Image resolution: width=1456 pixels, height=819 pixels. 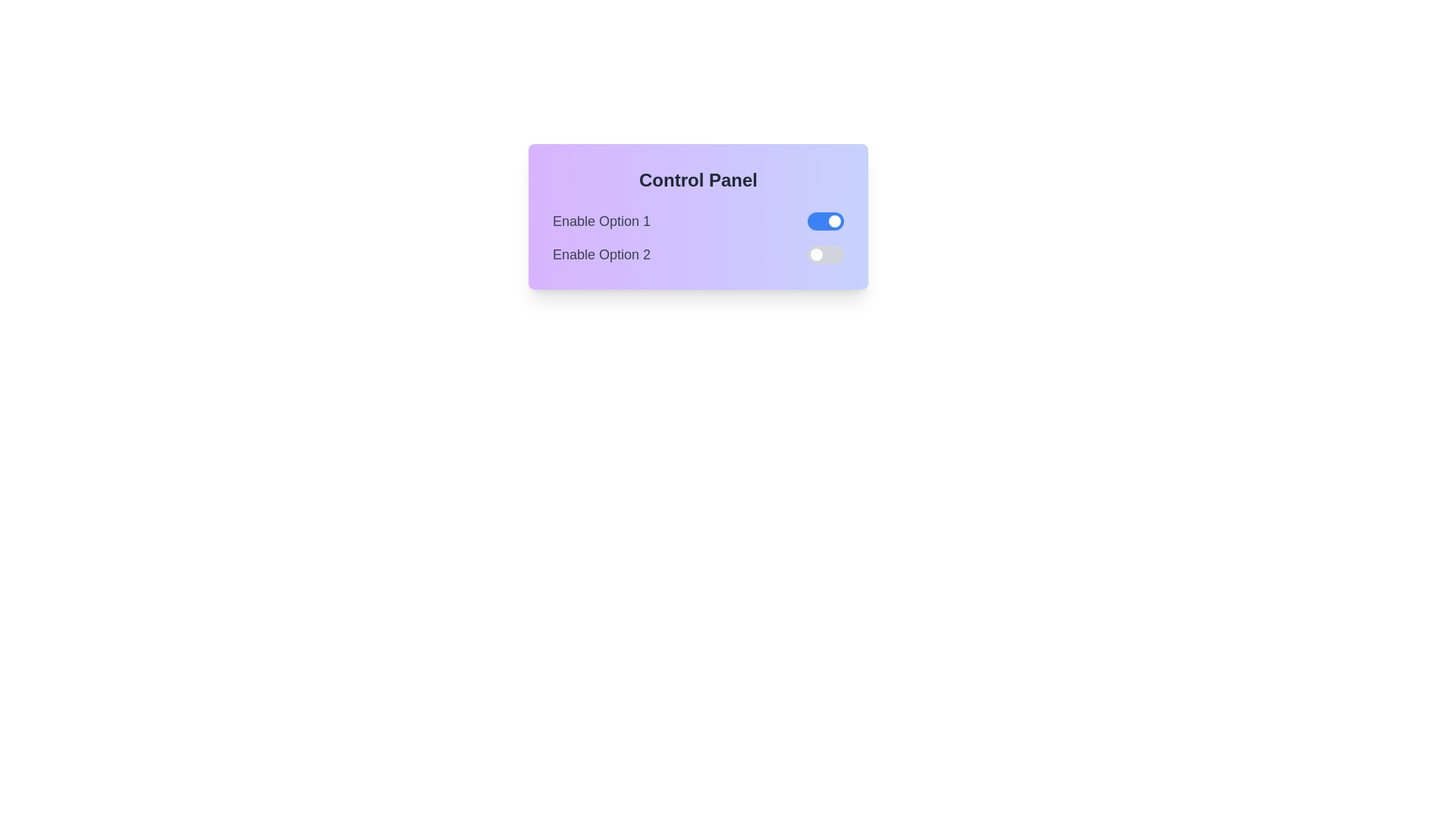 I want to click on the left circular Toggle Knob, which is inside the rounded rectangular switch labeled 'Enable Option 2', so click(x=815, y=253).